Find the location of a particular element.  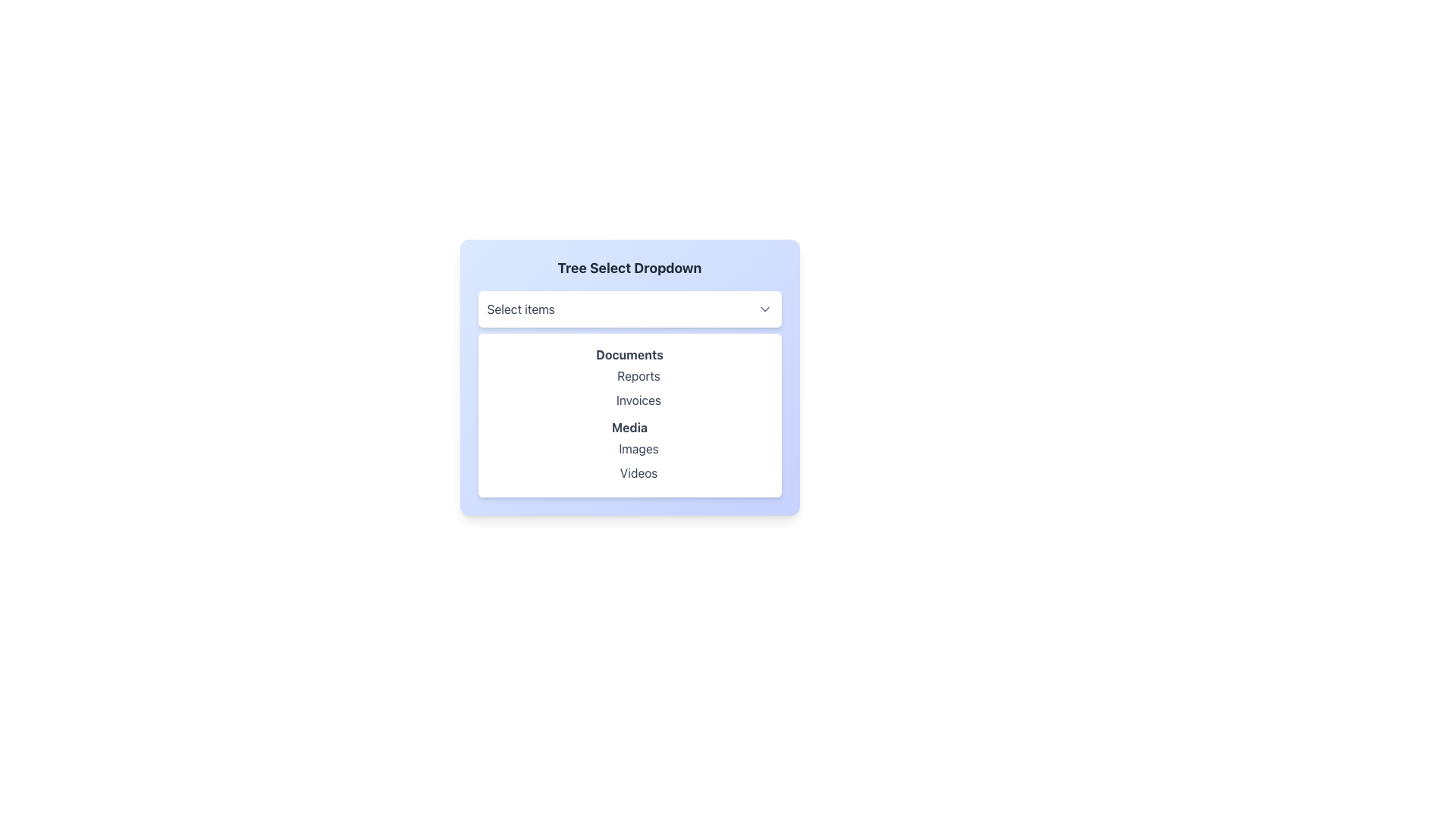

the 'Images' text label located in the dropdown menu under the 'Media' category, which is the first option in that section is located at coordinates (635, 447).